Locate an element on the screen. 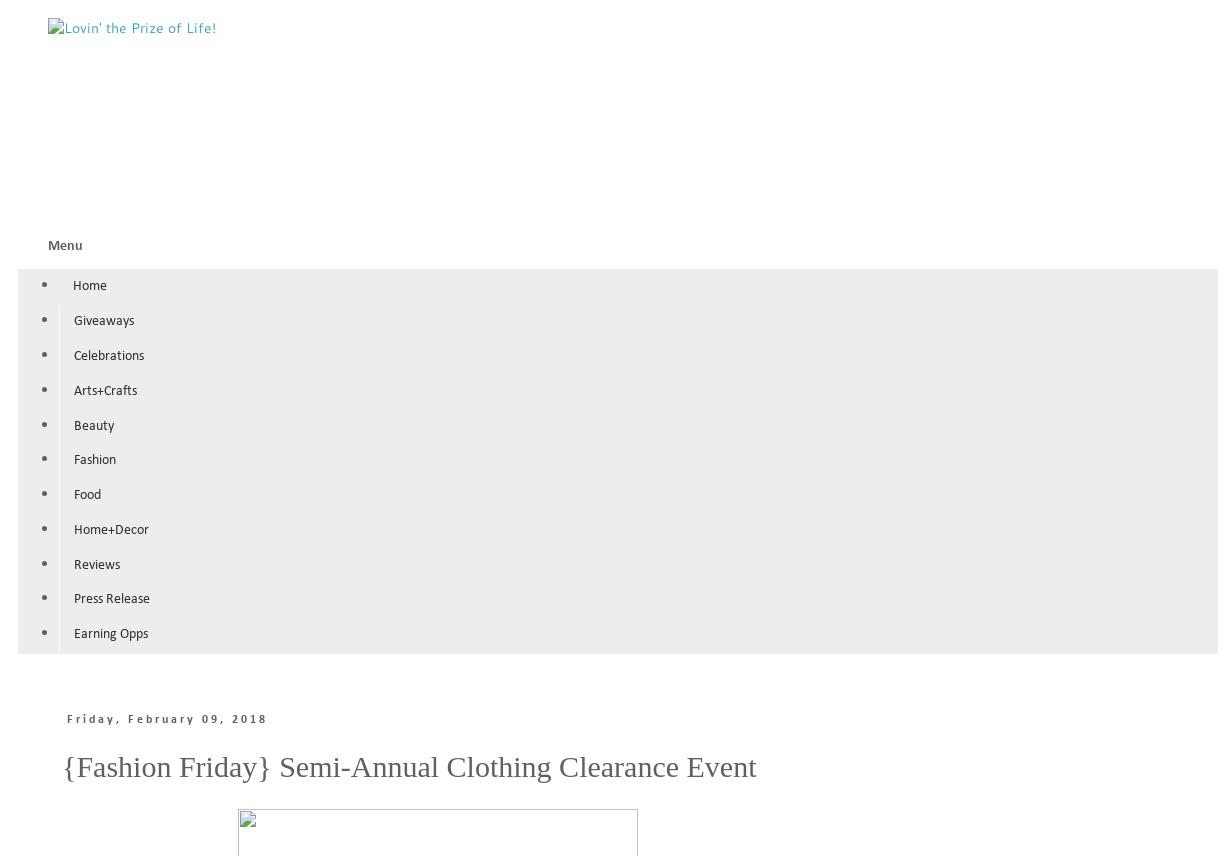  'Food' is located at coordinates (74, 494).